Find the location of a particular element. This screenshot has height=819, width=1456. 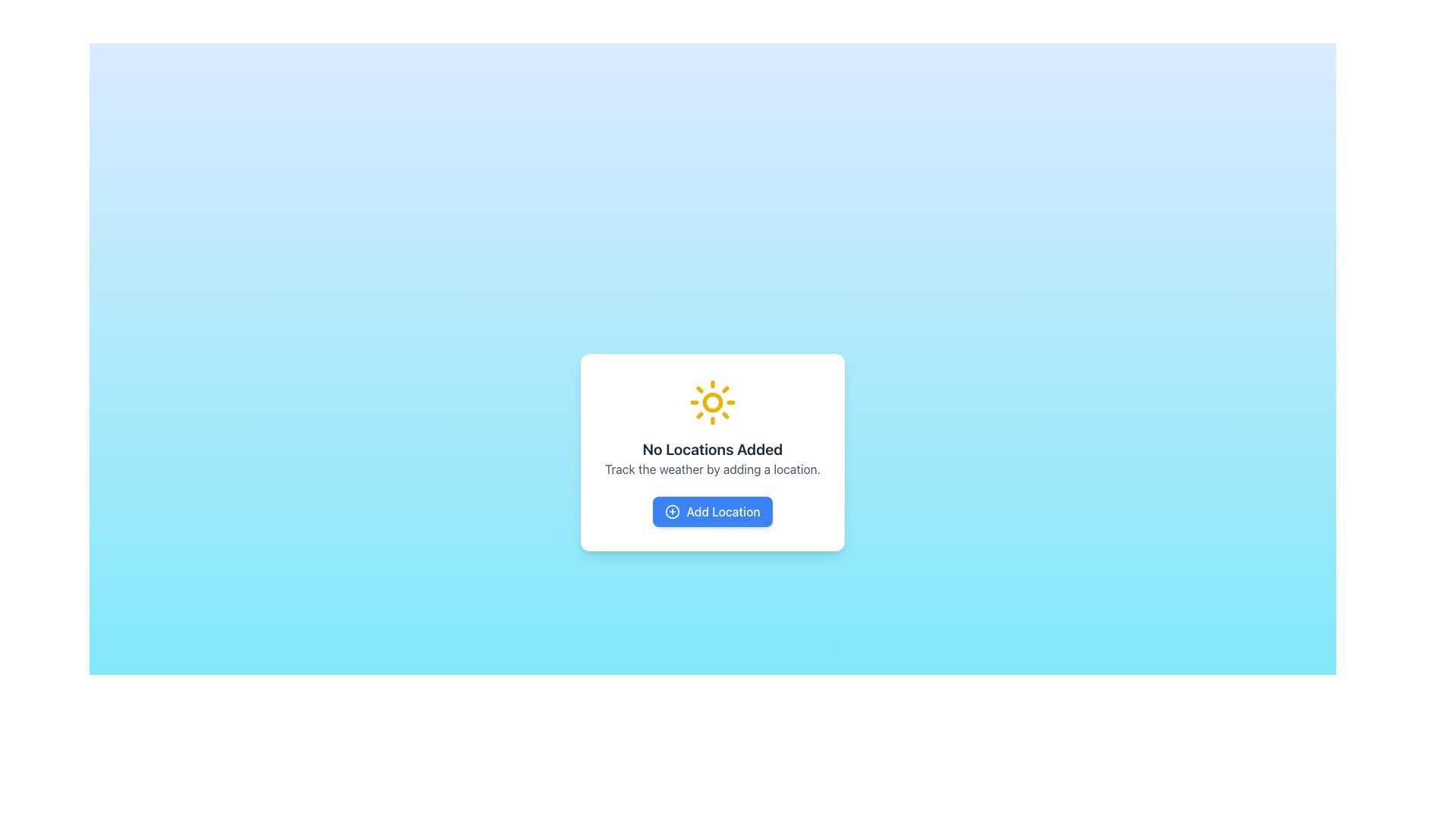

the sun icon, which is centrally located at the top of the feature box, above the text 'No Locations Added' is located at coordinates (712, 402).